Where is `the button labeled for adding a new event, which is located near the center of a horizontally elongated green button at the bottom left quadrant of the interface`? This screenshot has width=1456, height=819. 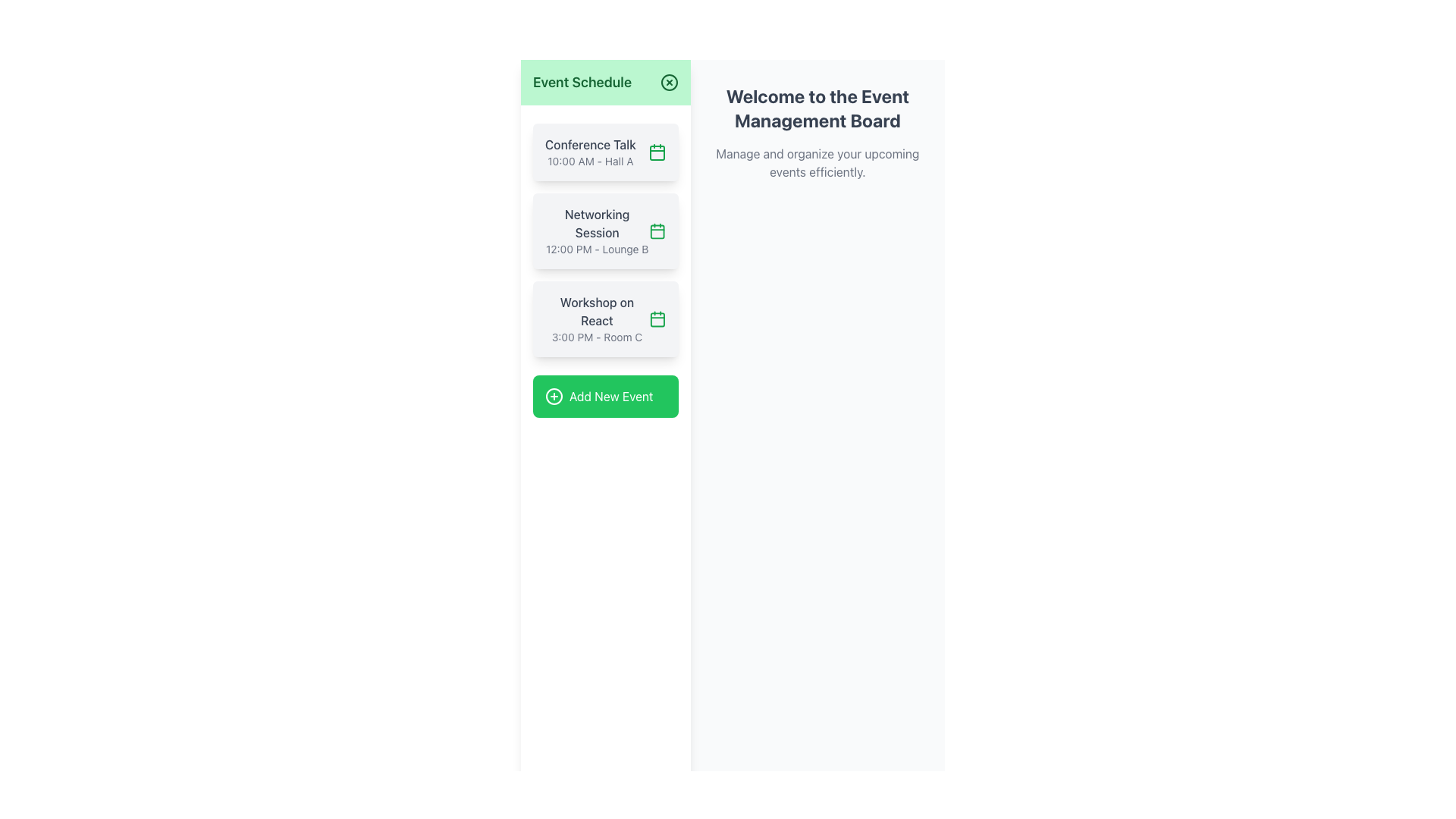 the button labeled for adding a new event, which is located near the center of a horizontally elongated green button at the bottom left quadrant of the interface is located at coordinates (611, 396).